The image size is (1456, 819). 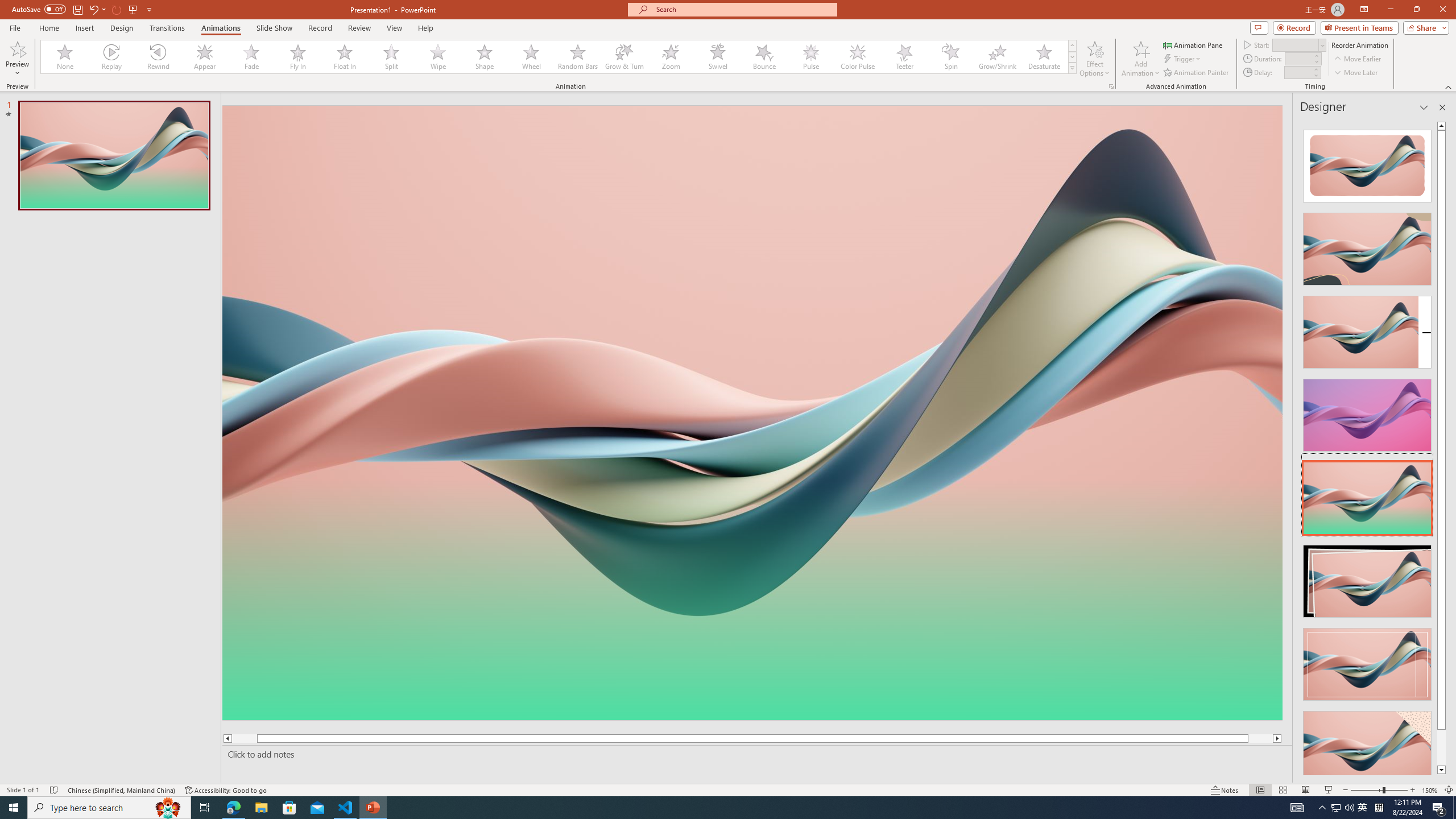 What do you see at coordinates (1442, 107) in the screenshot?
I see `'Close pane'` at bounding box center [1442, 107].